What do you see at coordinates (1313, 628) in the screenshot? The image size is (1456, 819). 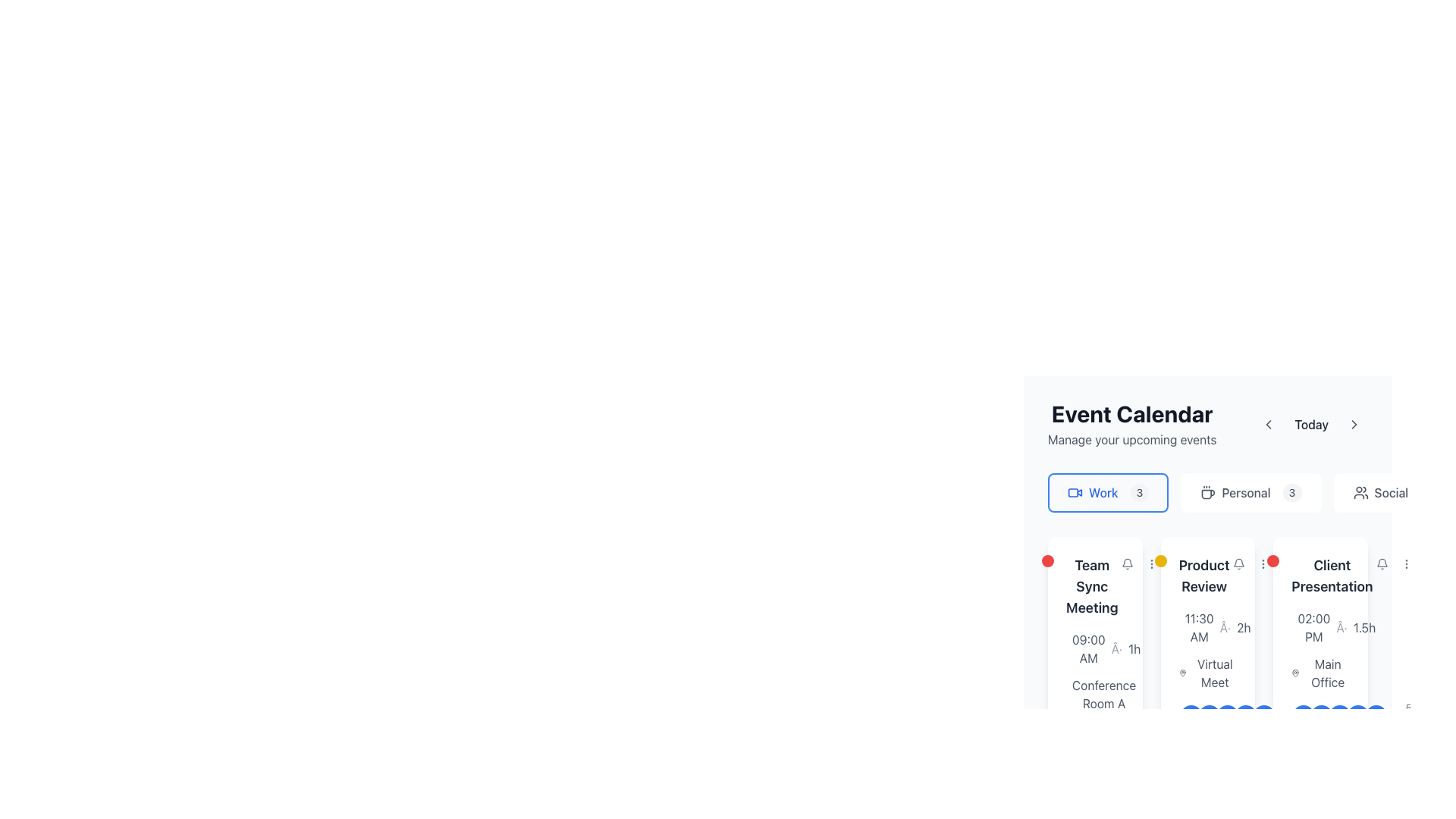 I see `static text displaying the time '02:00 PM', which is styled in dark gray and presented in two lines within the 'Event Calendar' interface` at bounding box center [1313, 628].